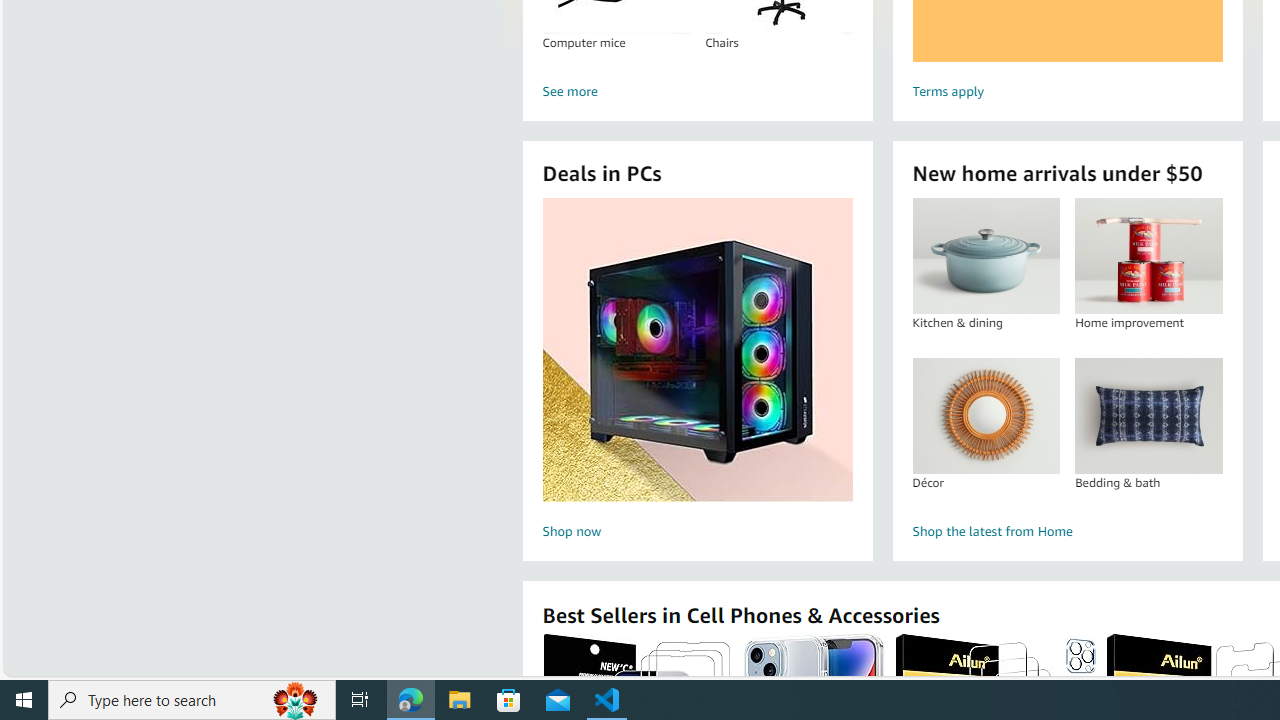 This screenshot has height=720, width=1280. I want to click on 'Home improvement', so click(1148, 255).